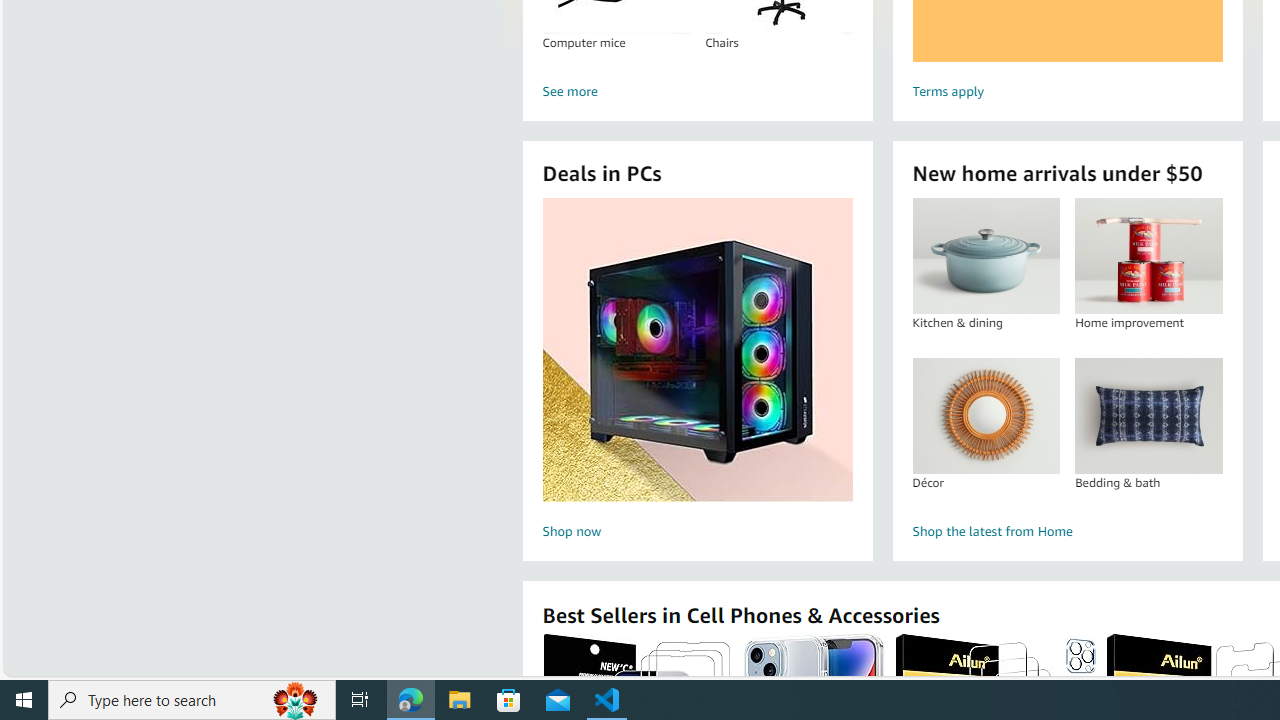 This screenshot has height=720, width=1280. I want to click on 'Home improvement', so click(1148, 255).